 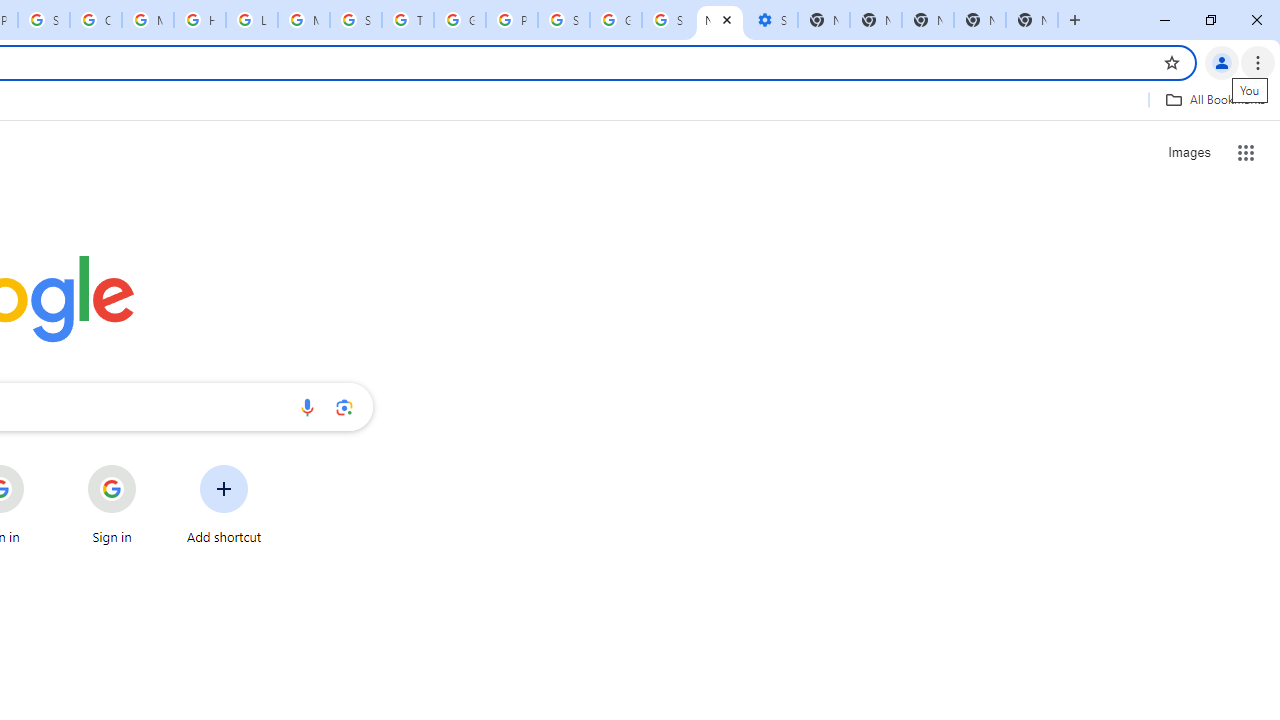 What do you see at coordinates (615, 20) in the screenshot?
I see `'Google Cybersecurity Innovations - Google Safety Center'` at bounding box center [615, 20].